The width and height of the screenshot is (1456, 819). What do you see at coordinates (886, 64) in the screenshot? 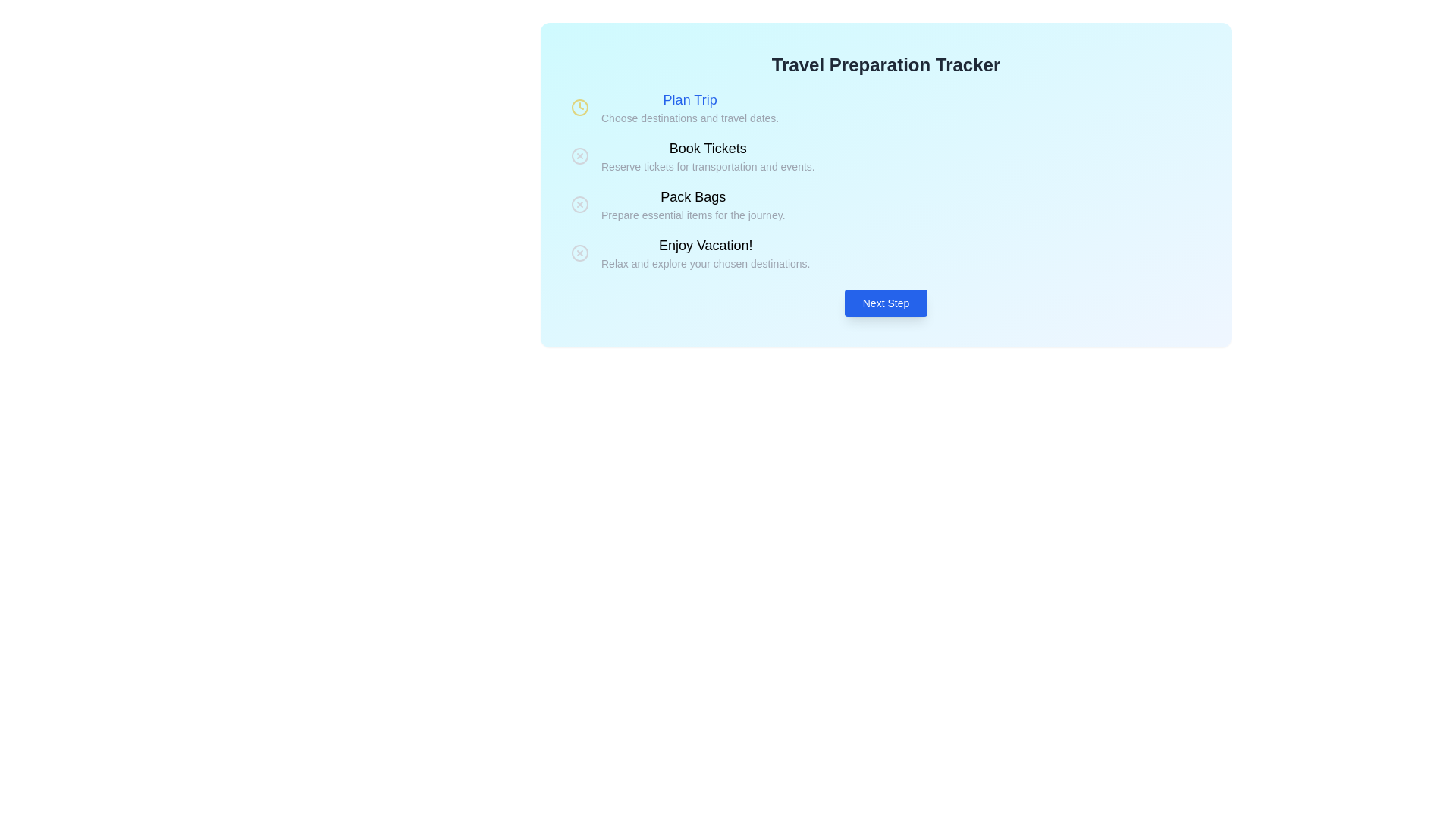
I see `the heading 'Travel Preparation Tracker'` at bounding box center [886, 64].